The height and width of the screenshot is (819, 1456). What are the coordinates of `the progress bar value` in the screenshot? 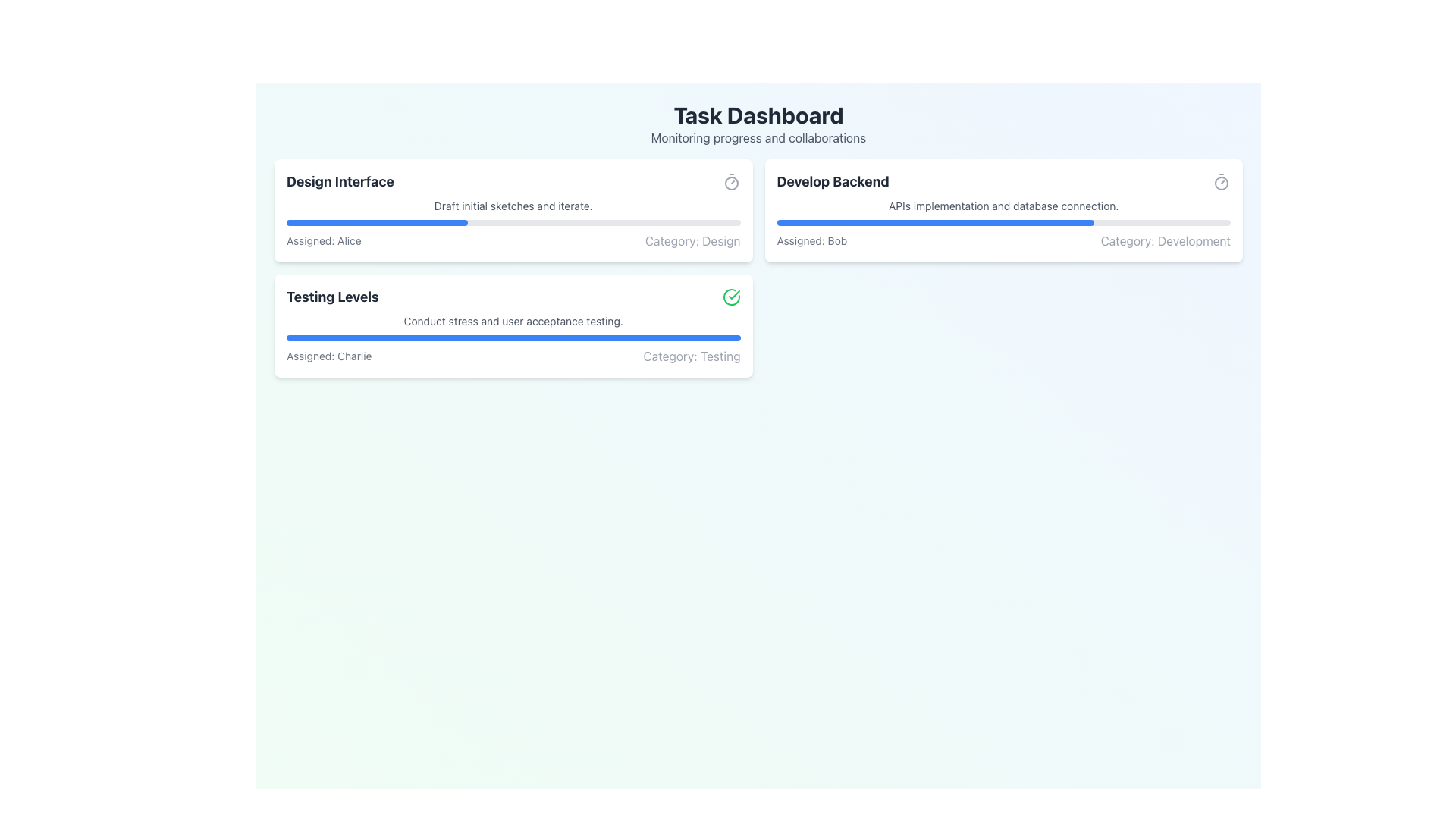 It's located at (817, 222).